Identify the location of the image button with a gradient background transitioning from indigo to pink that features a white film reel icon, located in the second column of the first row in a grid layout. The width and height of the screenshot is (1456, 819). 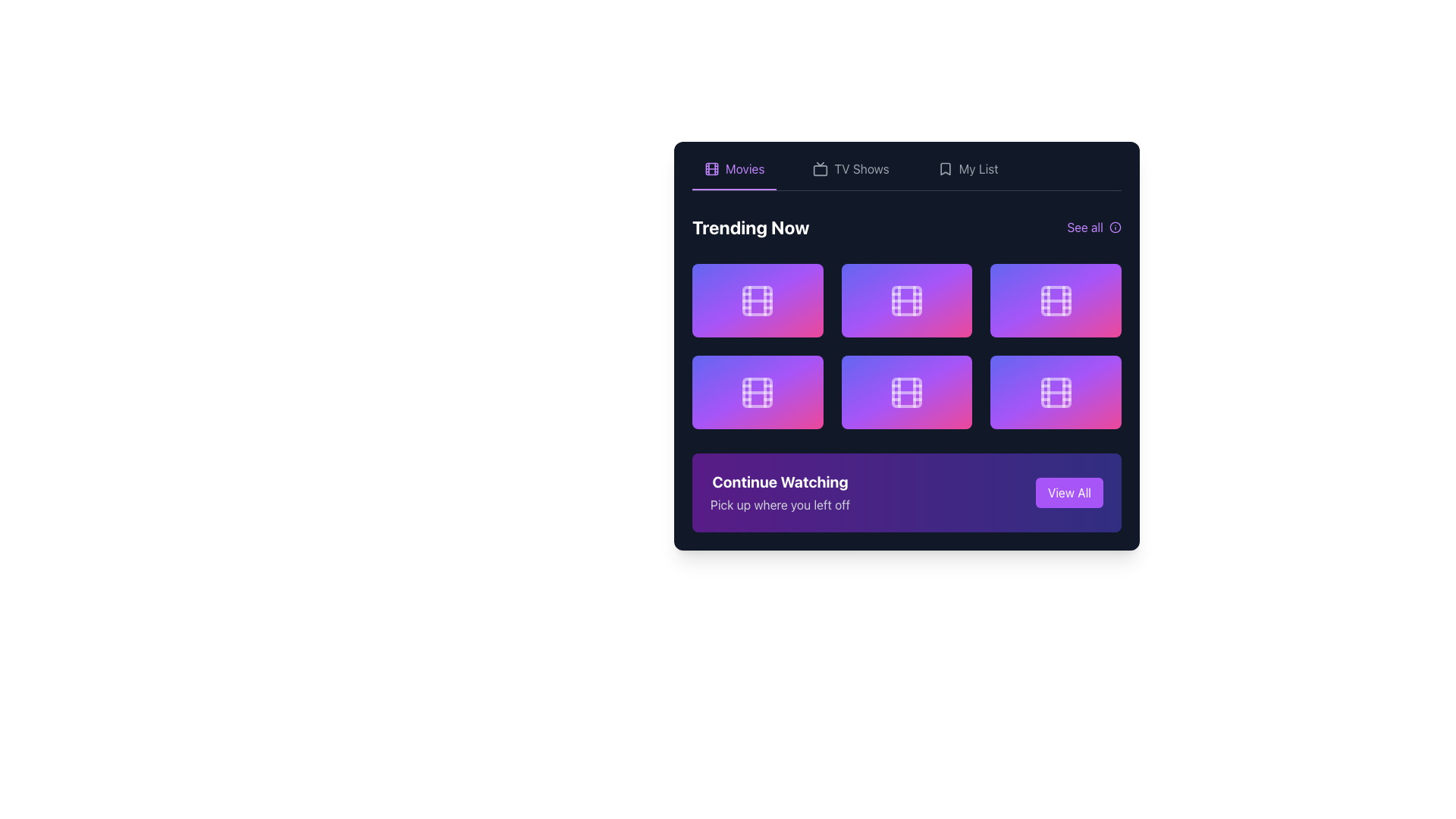
(906, 300).